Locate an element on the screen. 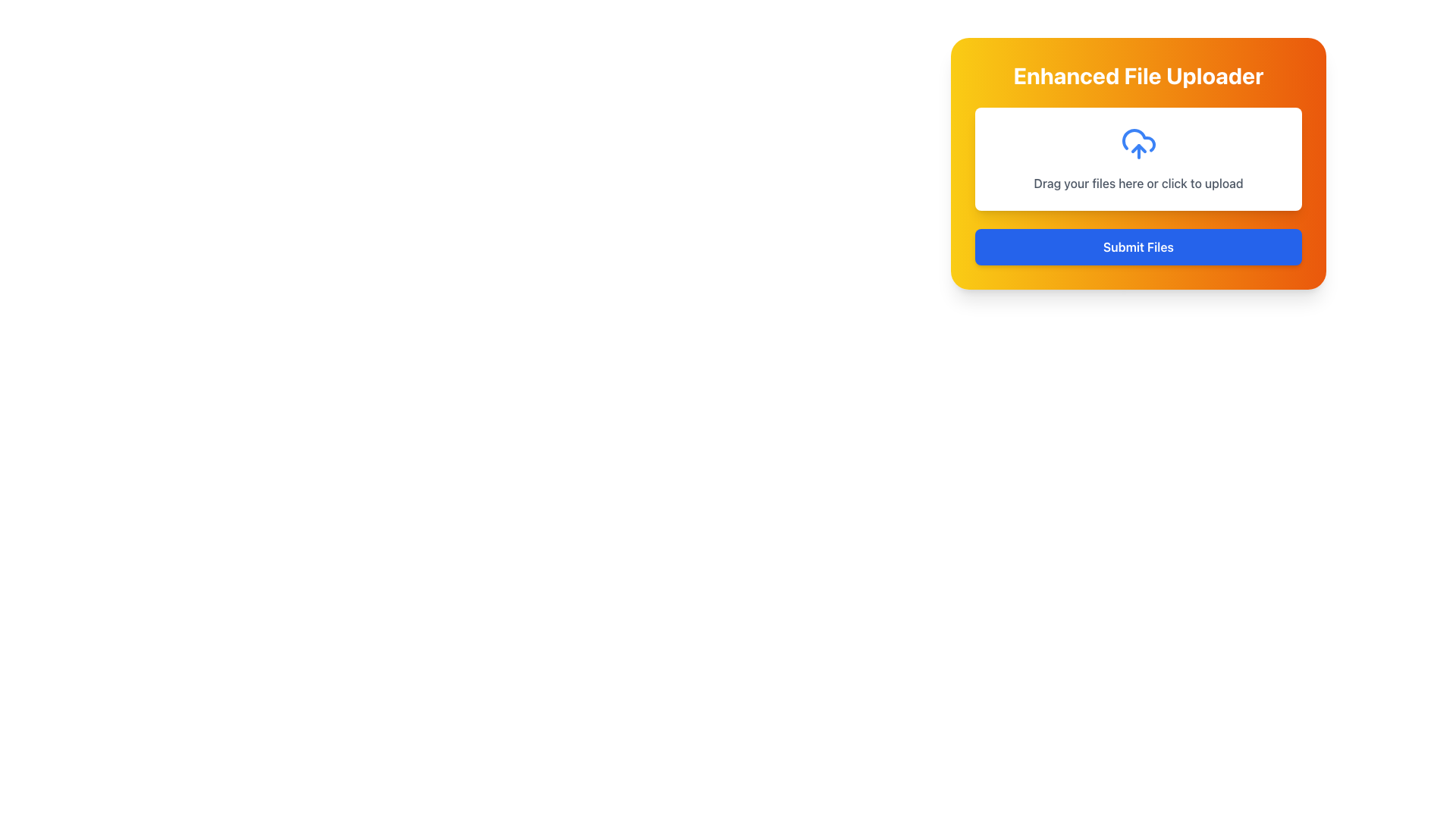 Image resolution: width=1456 pixels, height=819 pixels. the upward-pointing arrow icon indicating the upload functionality located at the bottom center of the cloud icon is located at coordinates (1138, 149).